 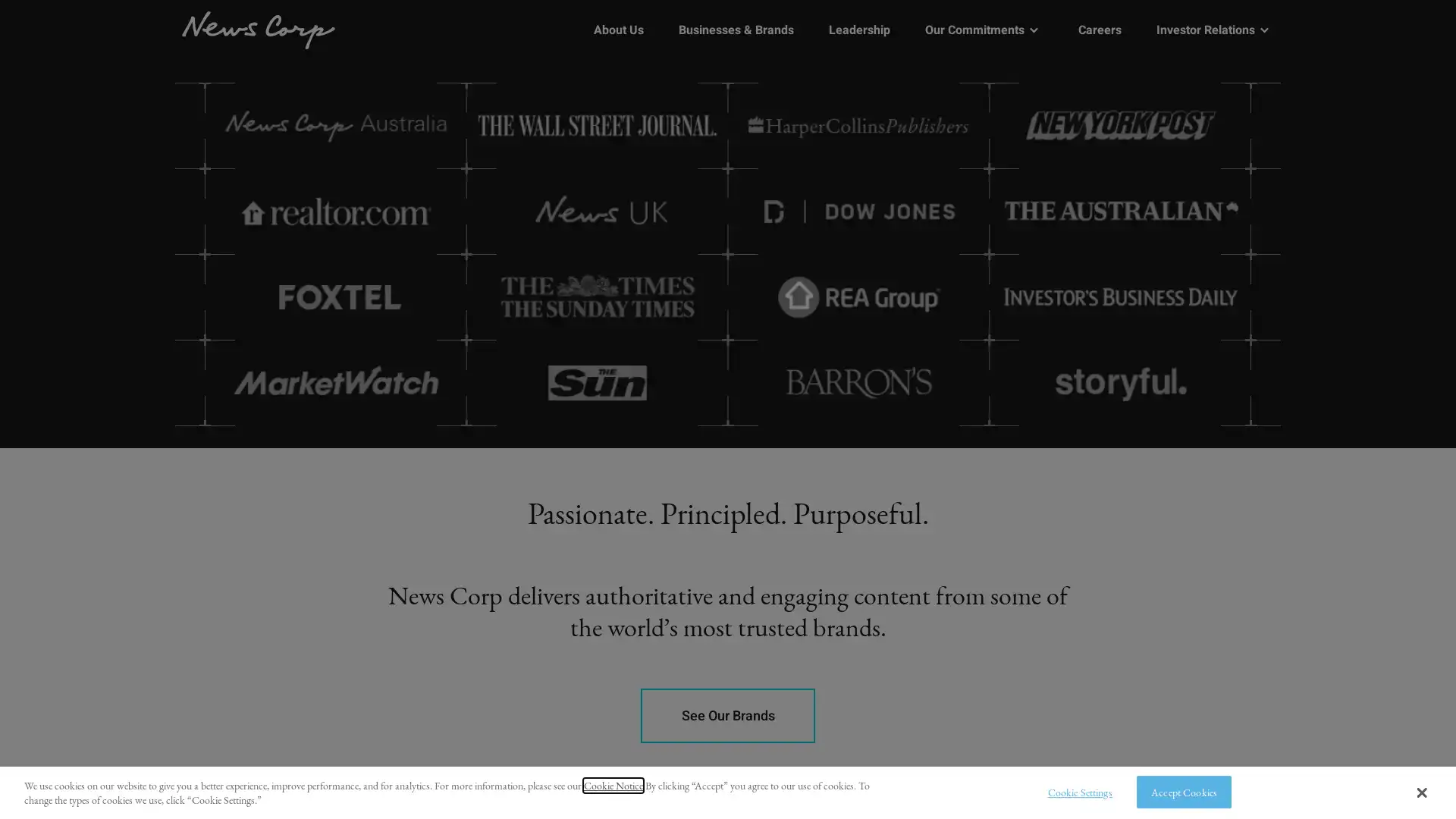 What do you see at coordinates (1420, 792) in the screenshot?
I see `Close Banner Button` at bounding box center [1420, 792].